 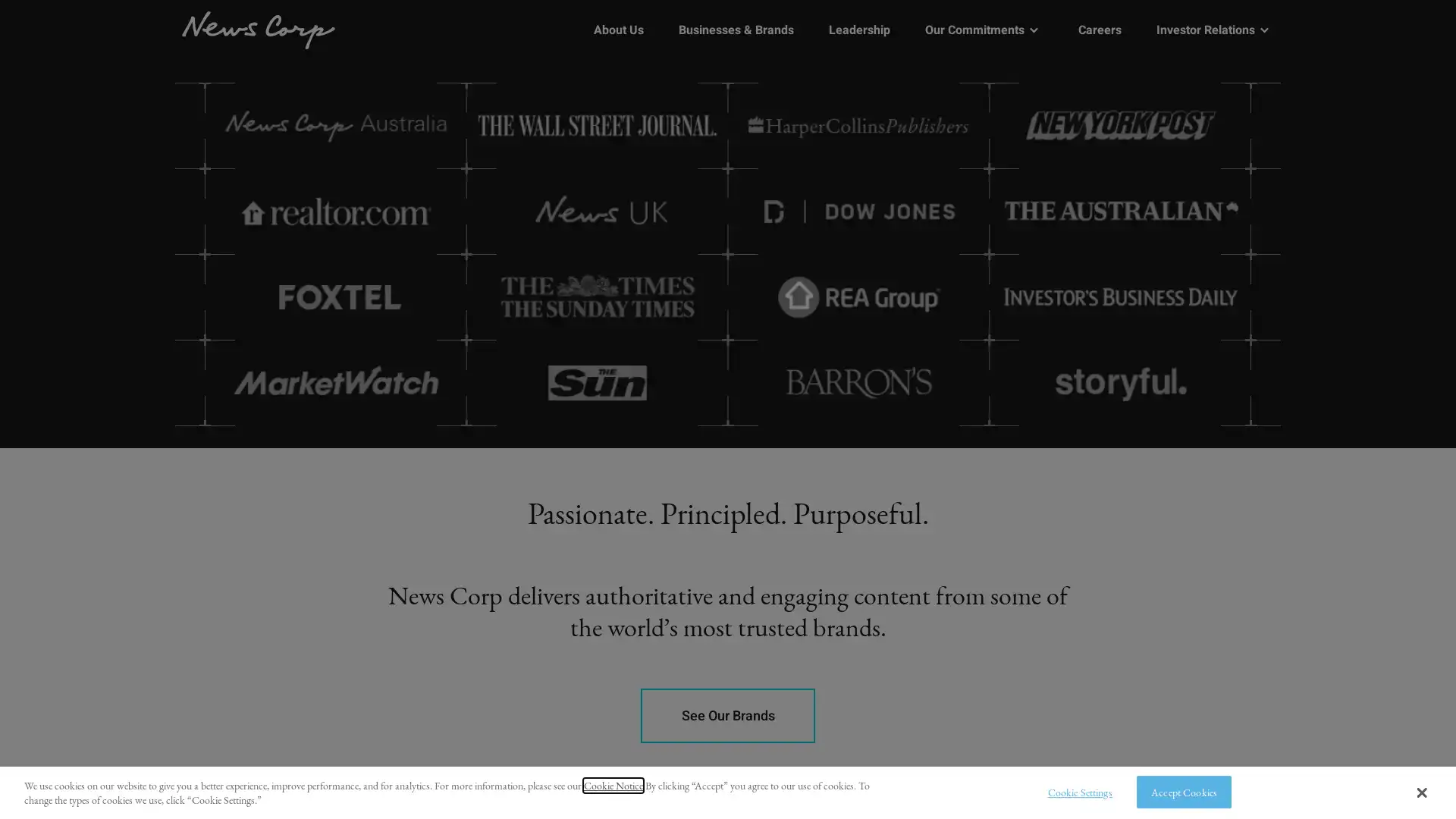 What do you see at coordinates (1420, 792) in the screenshot?
I see `Close Banner Button` at bounding box center [1420, 792].